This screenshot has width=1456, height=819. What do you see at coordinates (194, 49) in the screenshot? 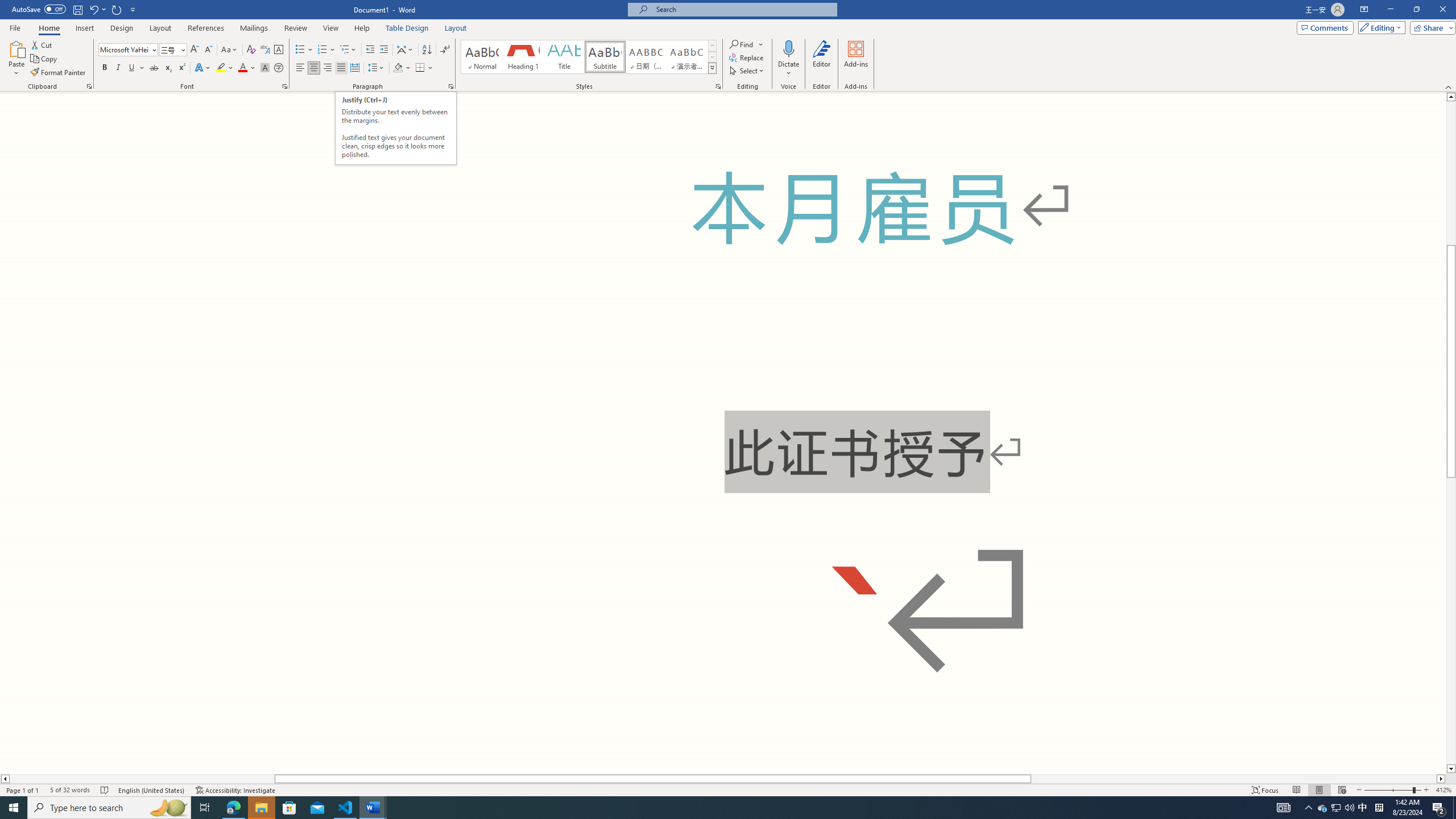
I see `'Grow Font'` at bounding box center [194, 49].